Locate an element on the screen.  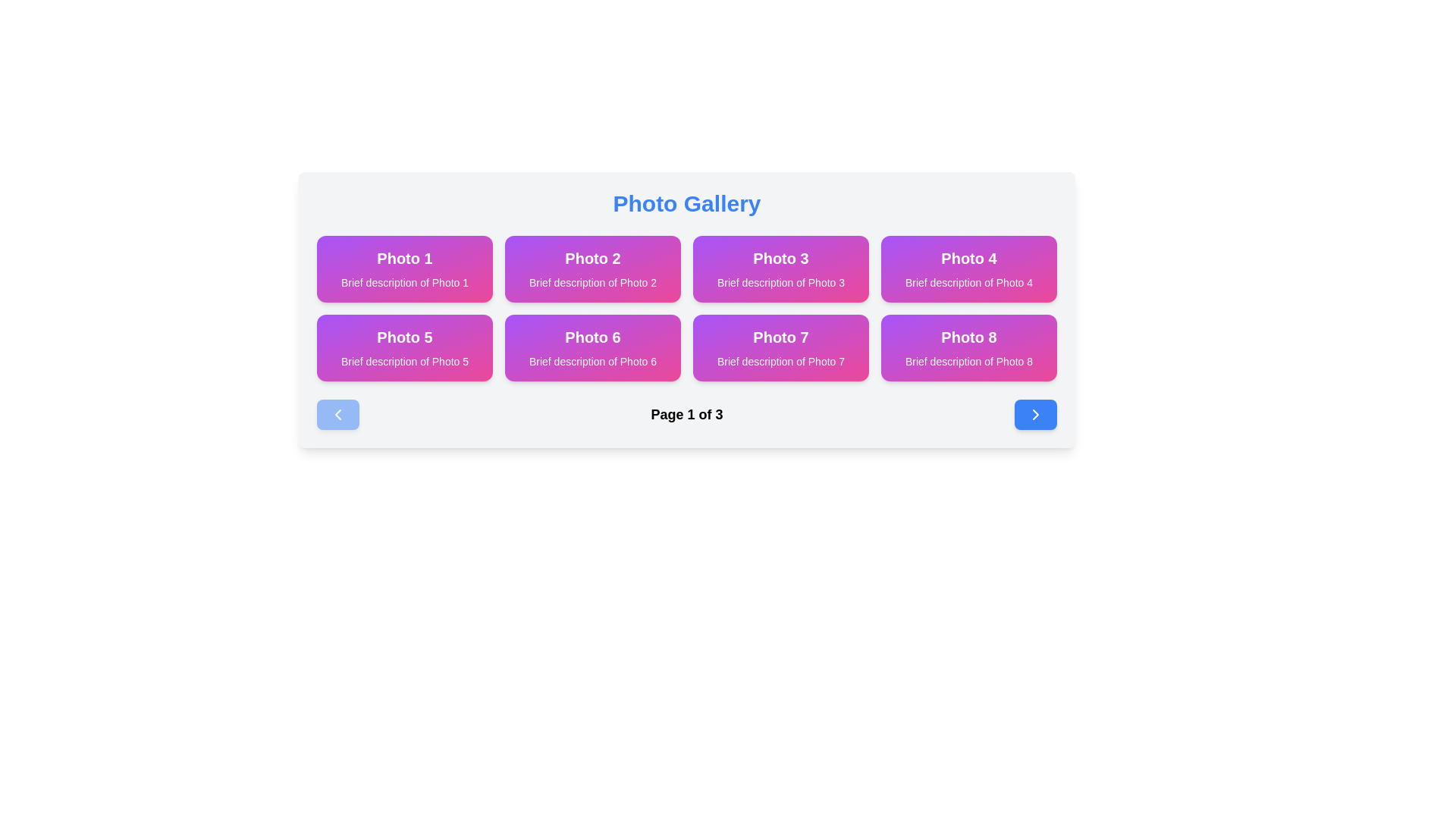
the Card component, which is the fourth item in the photo gallery grid is located at coordinates (968, 268).